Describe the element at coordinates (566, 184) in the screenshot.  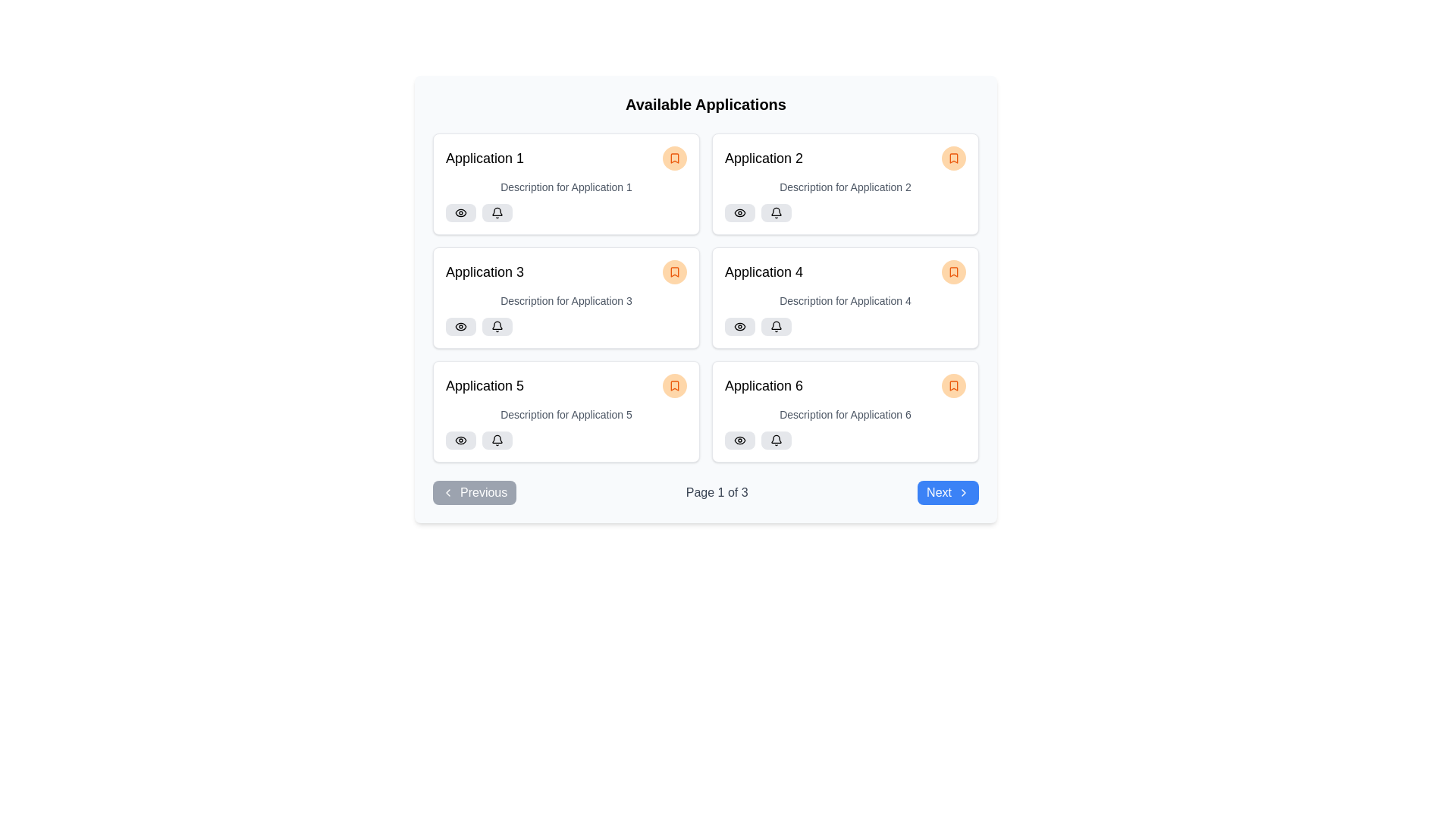
I see `the Interactive Card summarizing an application, located in the top-left corner of the grid layout` at that location.